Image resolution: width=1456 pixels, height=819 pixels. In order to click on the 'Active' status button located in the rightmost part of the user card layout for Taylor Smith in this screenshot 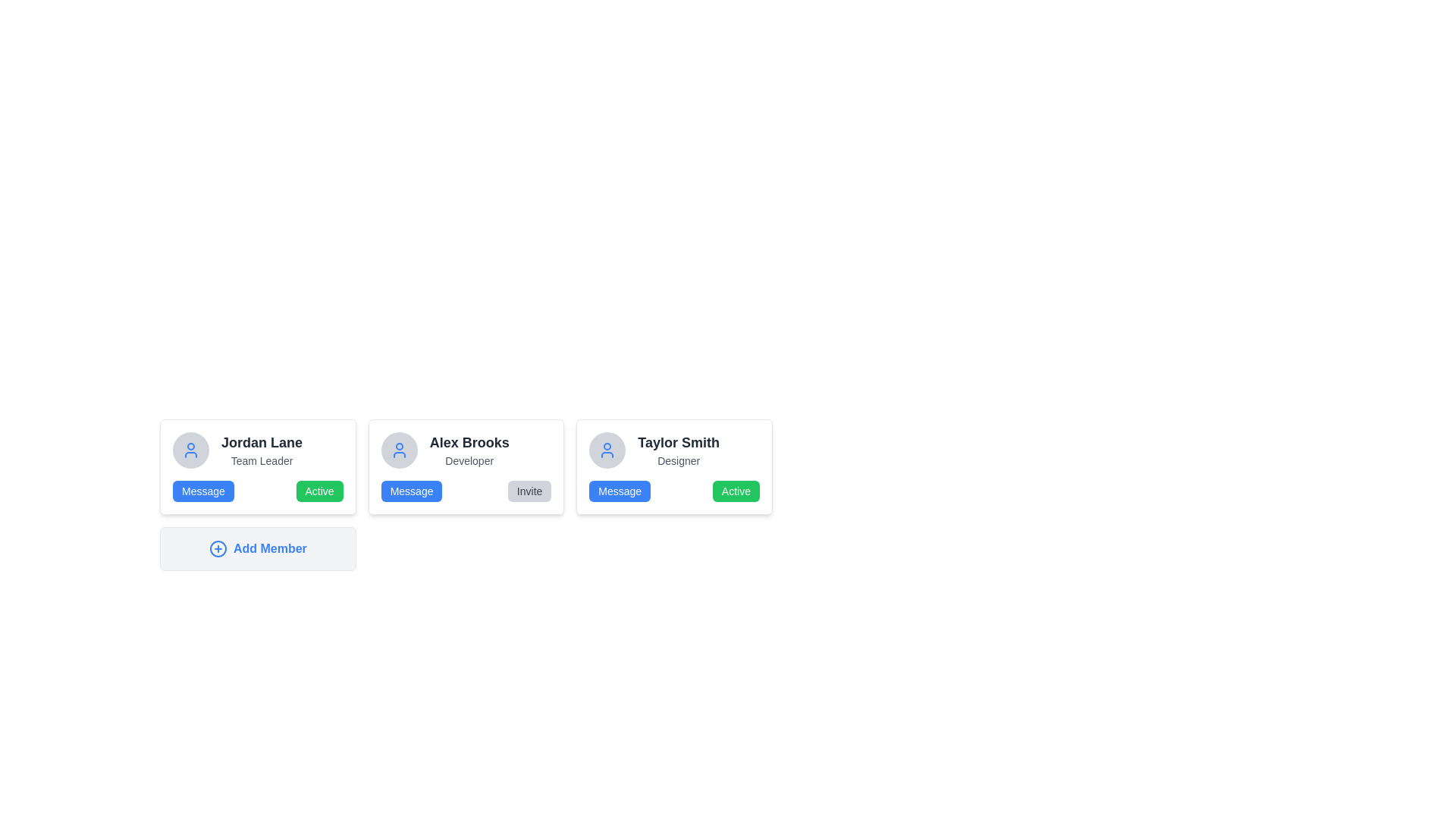, I will do `click(736, 491)`.